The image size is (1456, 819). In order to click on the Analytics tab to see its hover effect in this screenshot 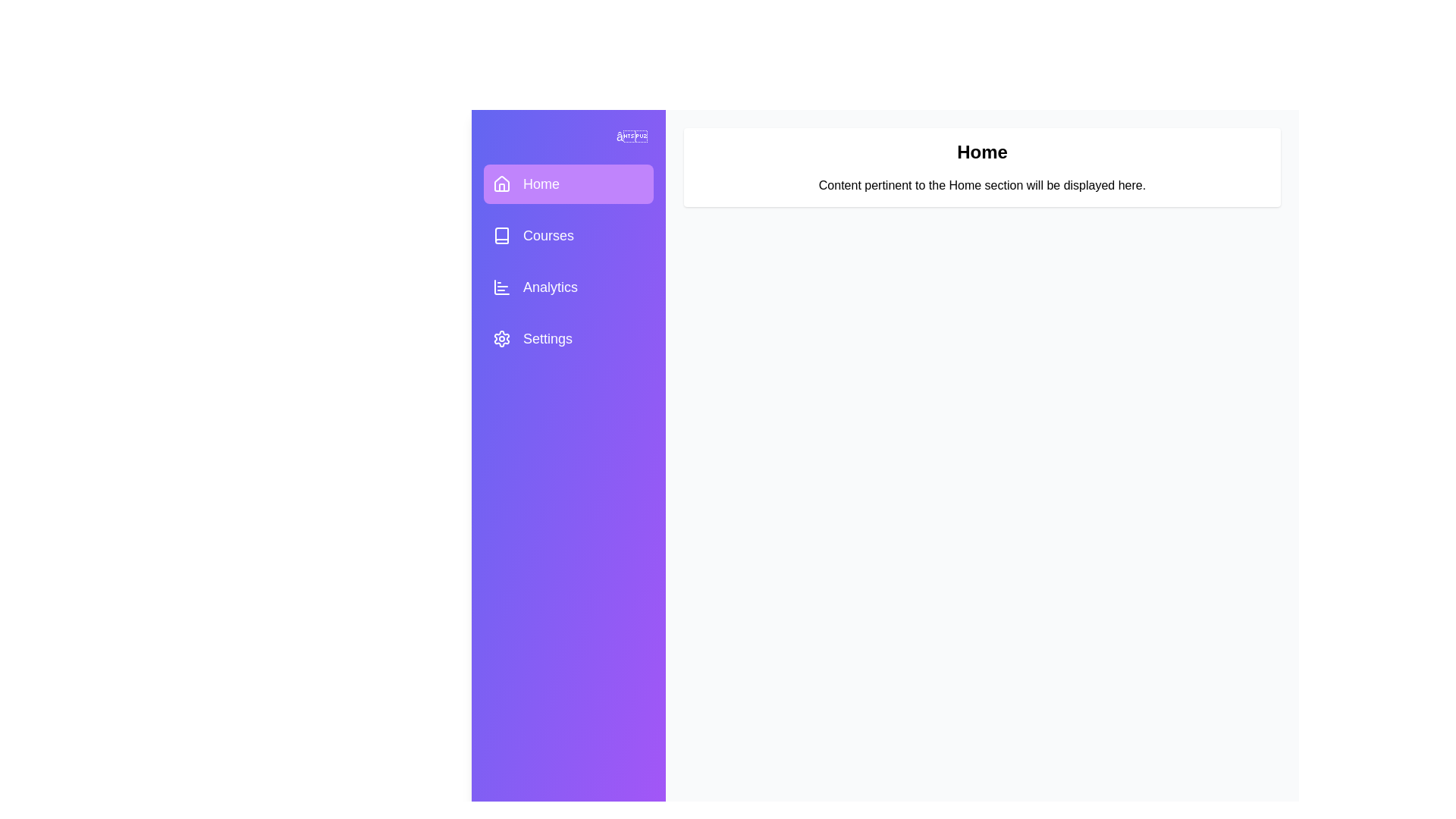, I will do `click(567, 287)`.